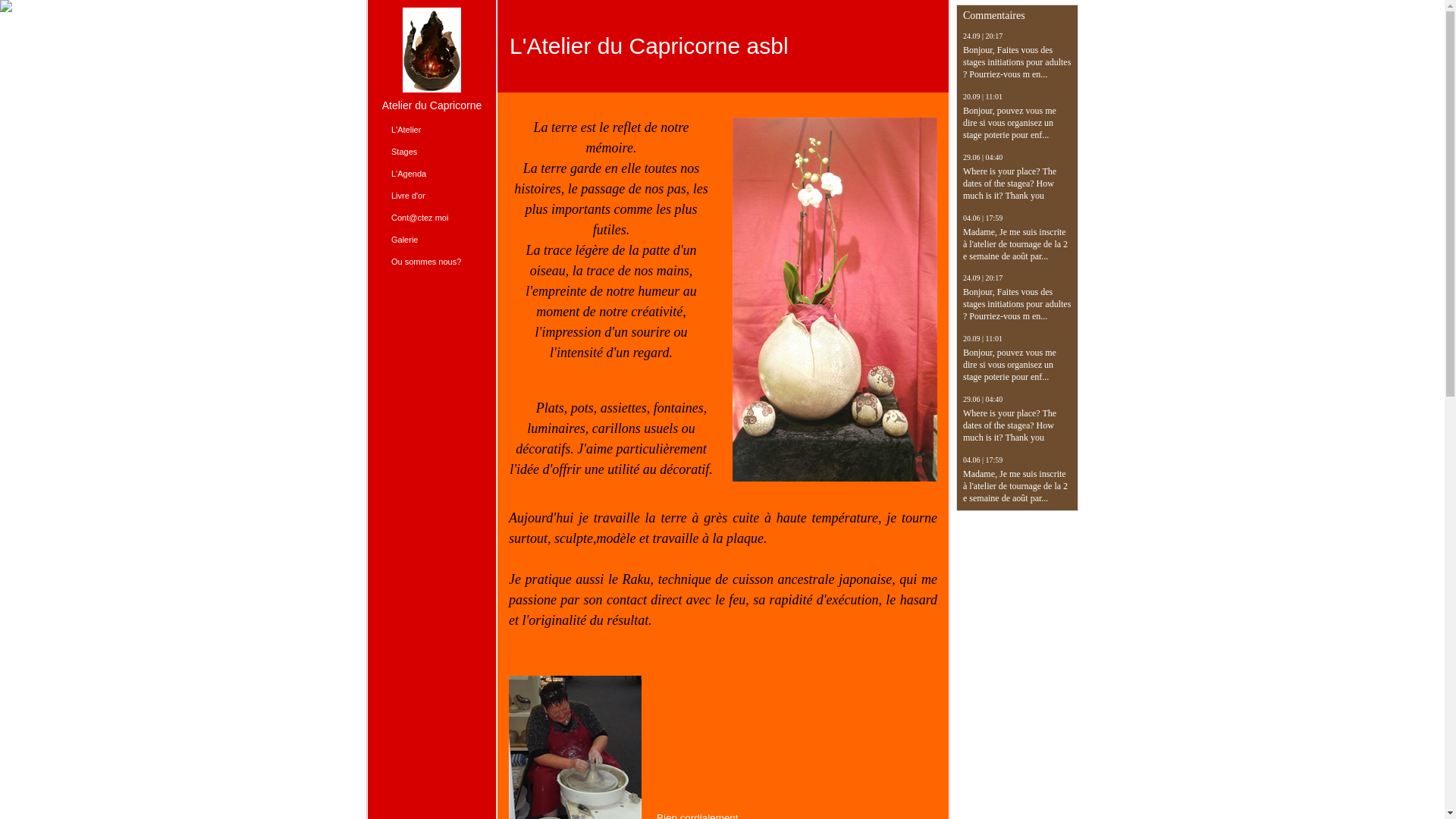 The image size is (1456, 819). I want to click on 'Cont@ctez moi', so click(431, 217).